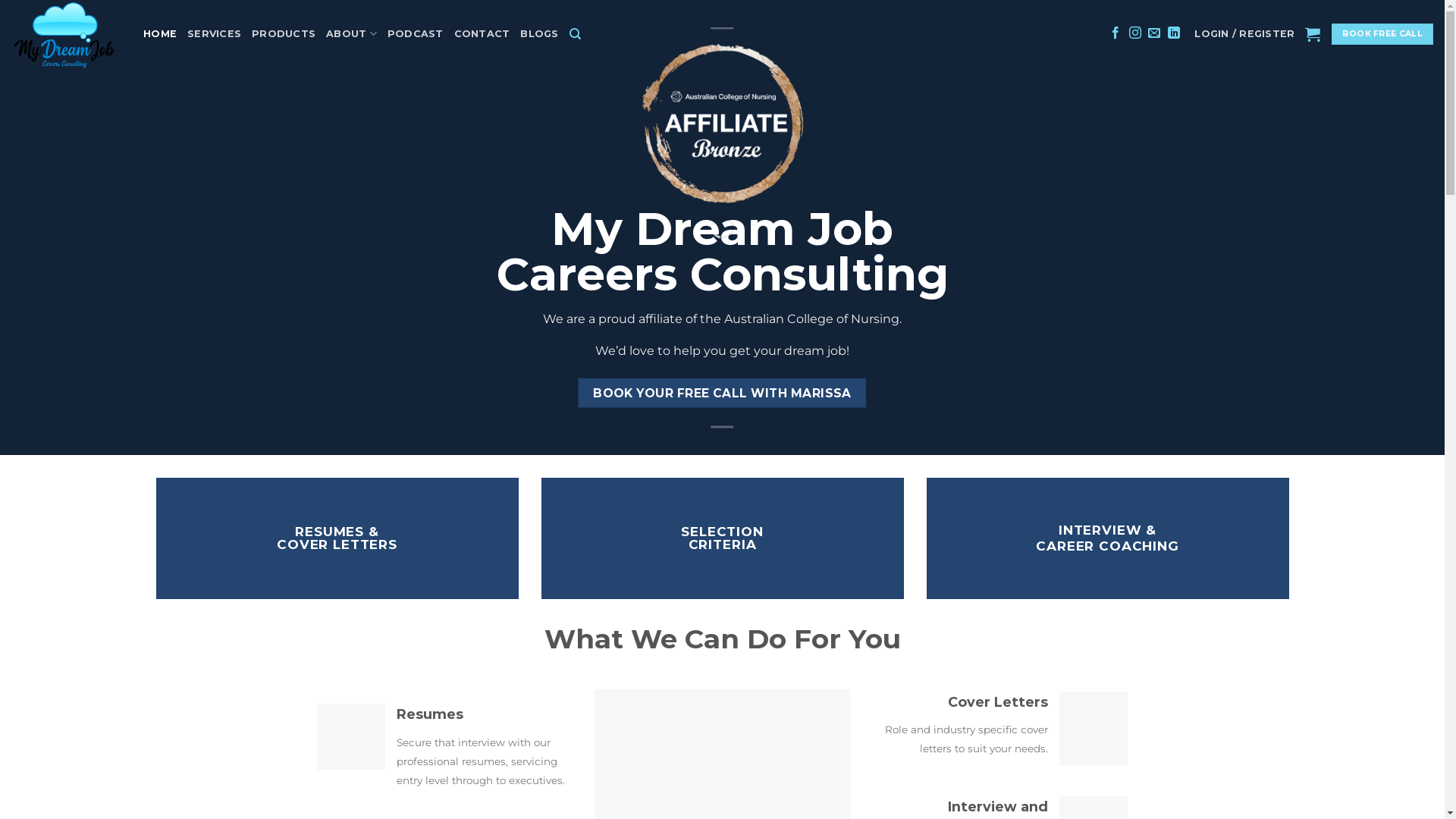 The image size is (1456, 819). Describe the element at coordinates (538, 34) in the screenshot. I see `'BLOGS'` at that location.